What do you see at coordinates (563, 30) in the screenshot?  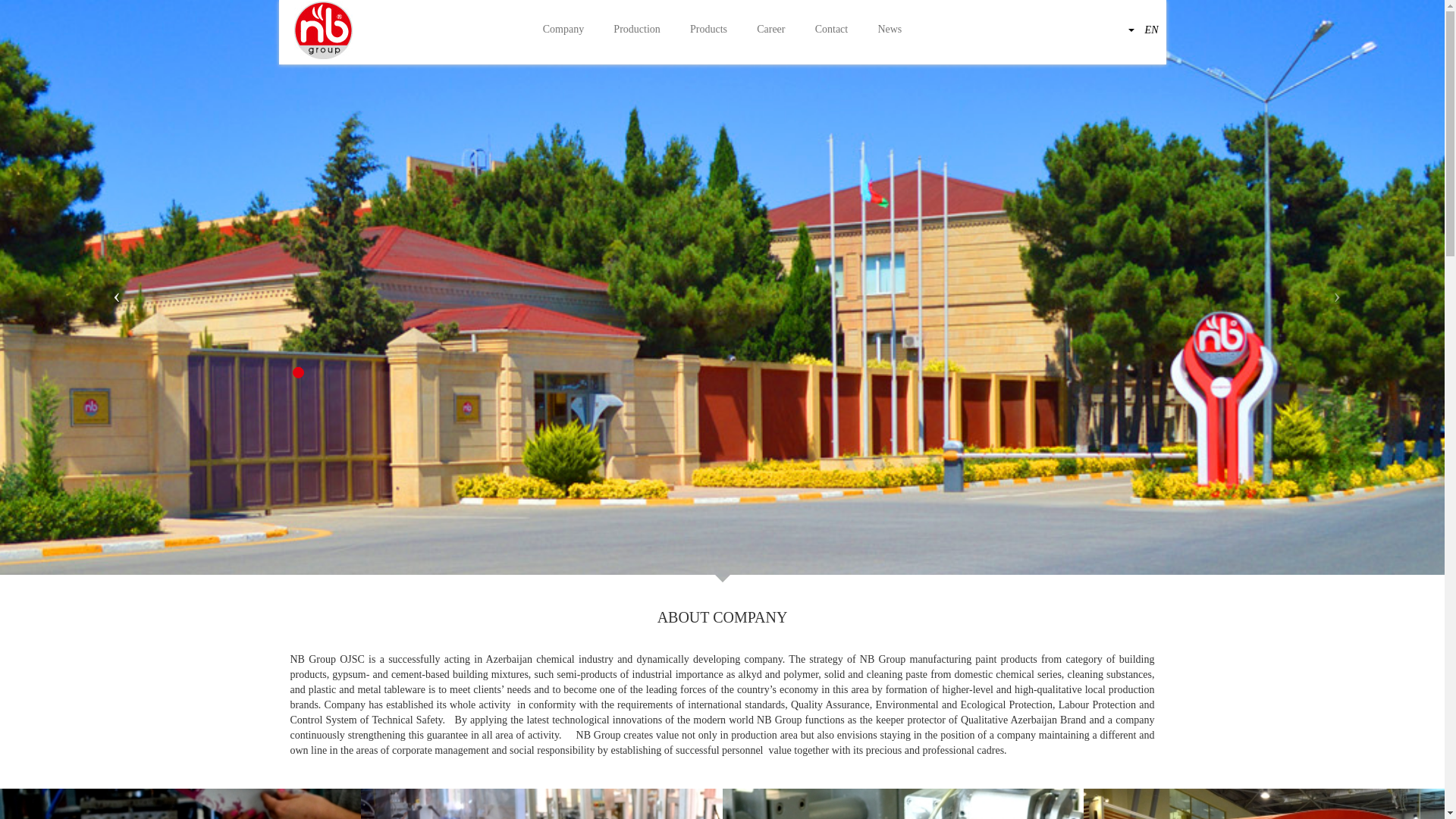 I see `'Company'` at bounding box center [563, 30].